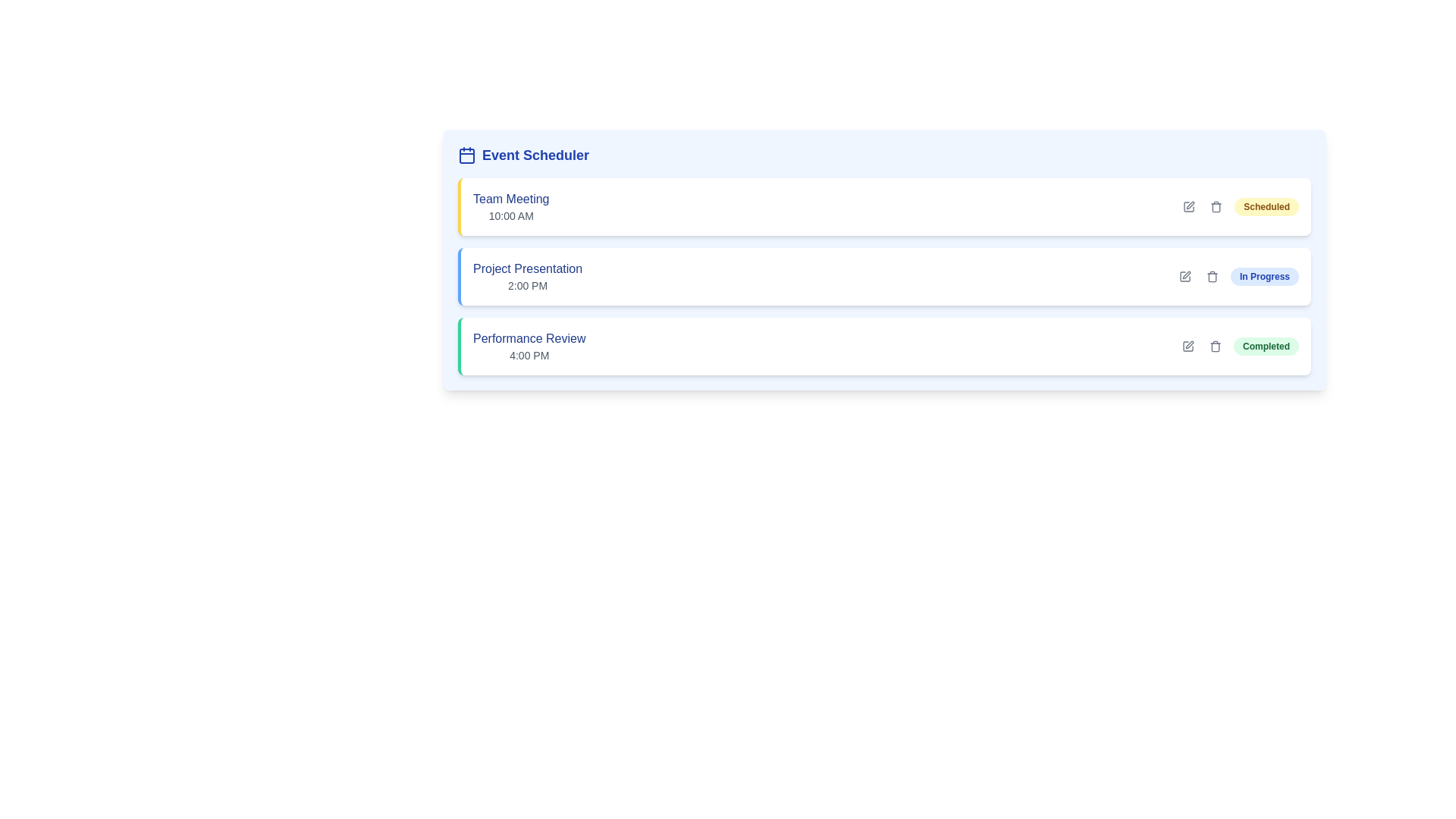  Describe the element at coordinates (1239, 207) in the screenshot. I see `the status indicator labeled 'Scheduled' located in the upper-right section of the 'Team Meeting' card, positioned after the edit and delete buttons` at that location.